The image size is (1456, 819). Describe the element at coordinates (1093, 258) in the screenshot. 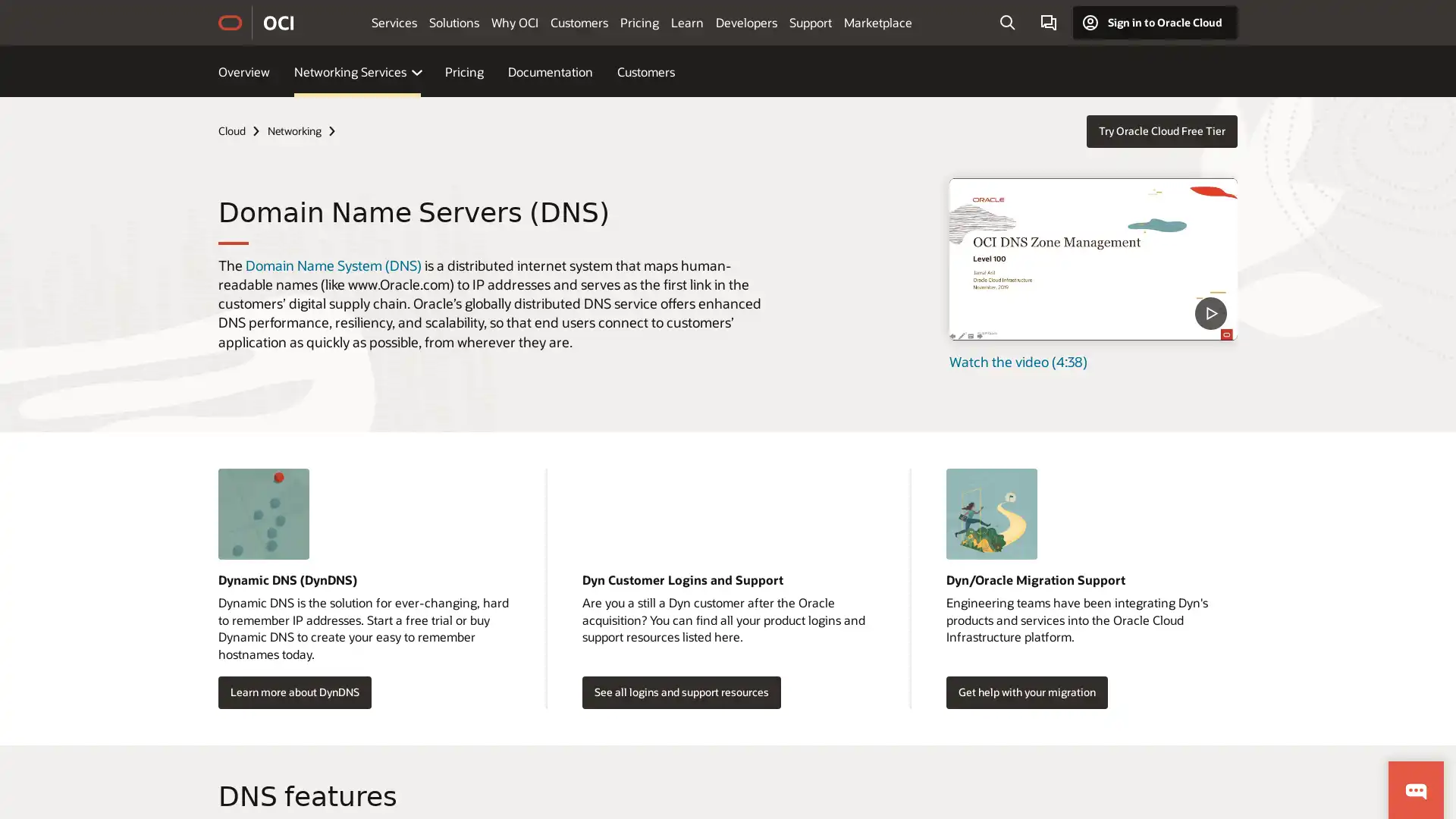

I see `DNS Zone Management - Level 100 - Part 1 - What is DNS video` at that location.